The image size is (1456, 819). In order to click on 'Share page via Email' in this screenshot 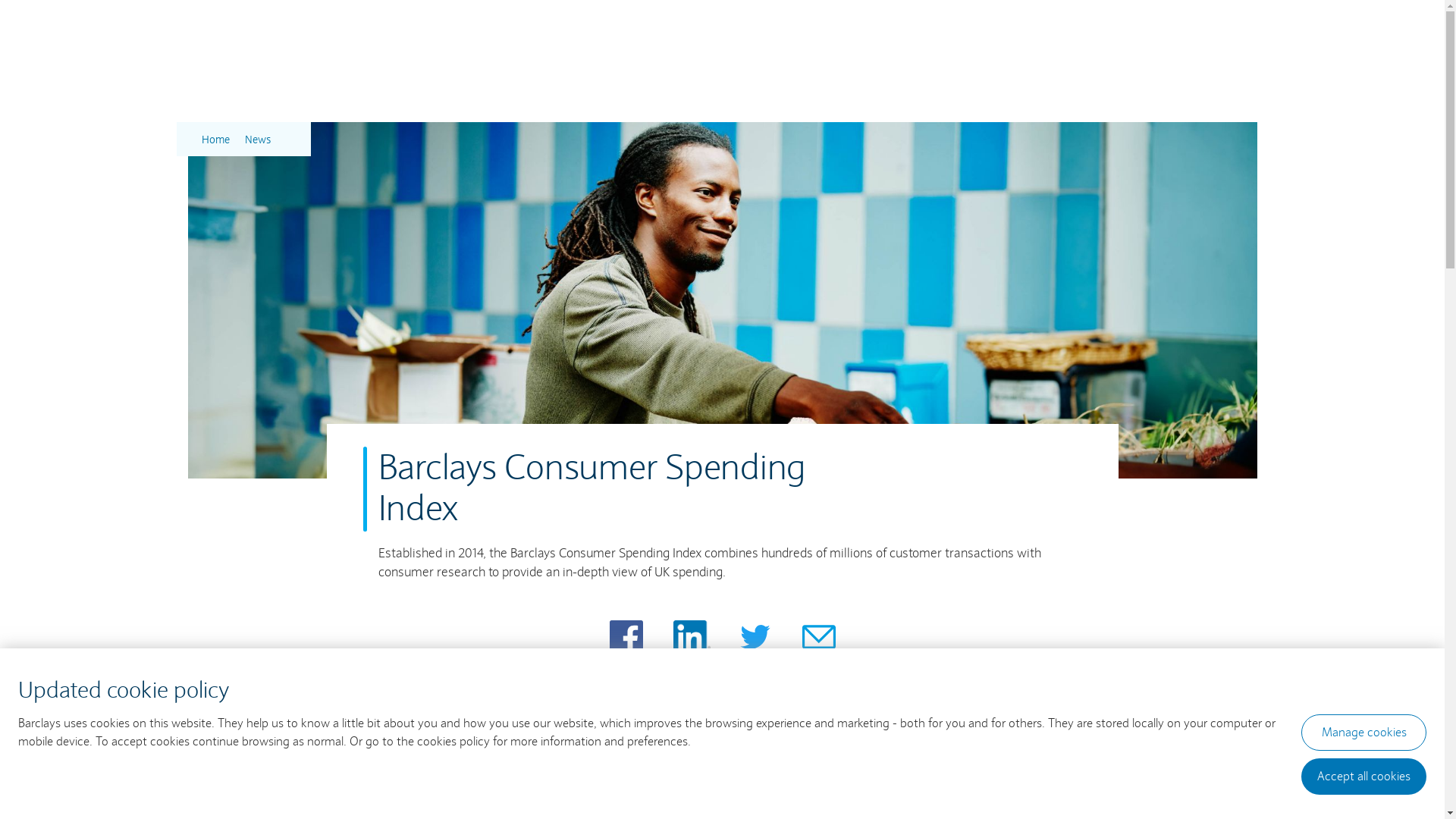, I will do `click(818, 637)`.